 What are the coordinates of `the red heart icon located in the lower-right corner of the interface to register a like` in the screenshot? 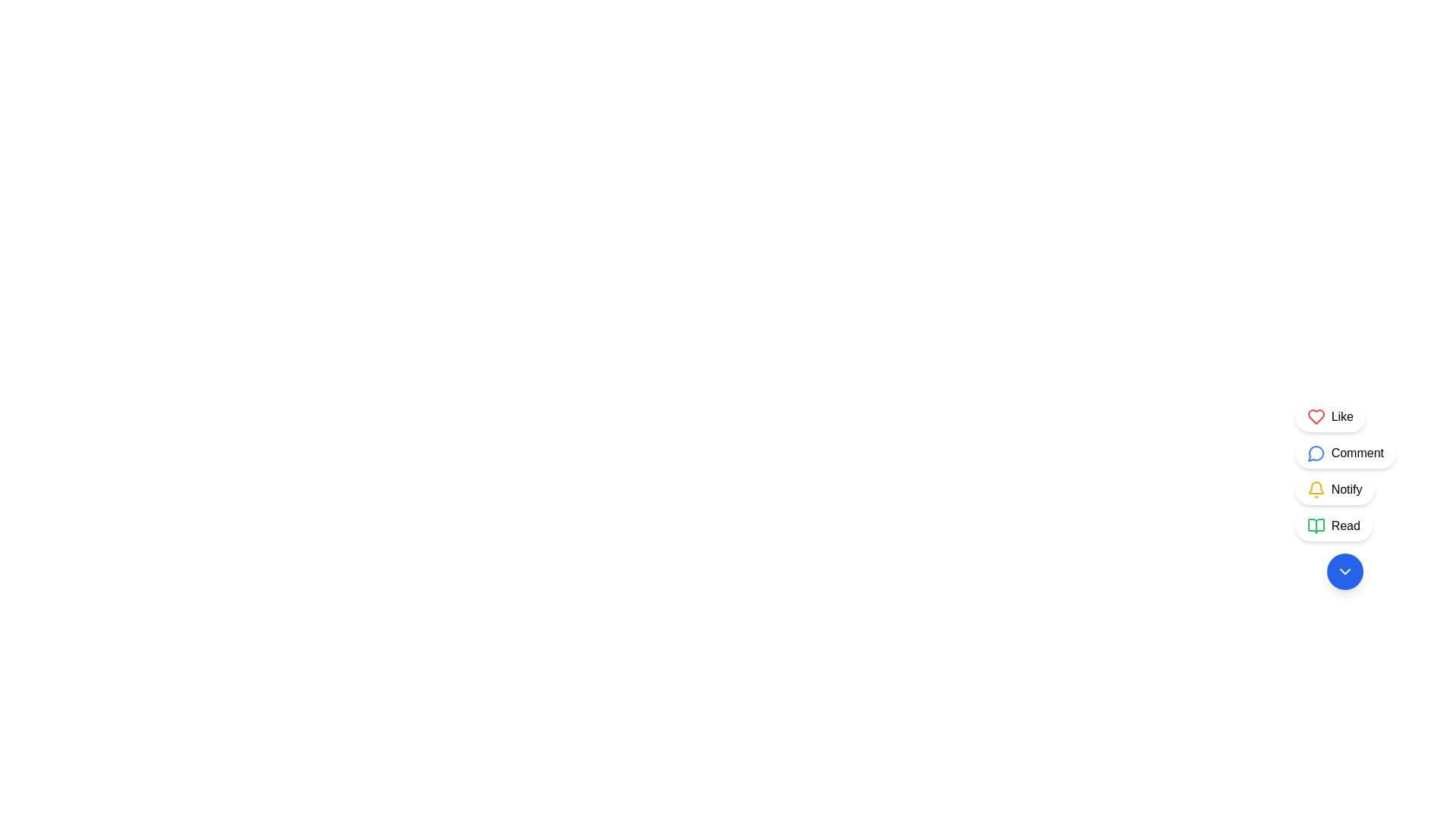 It's located at (1314, 417).